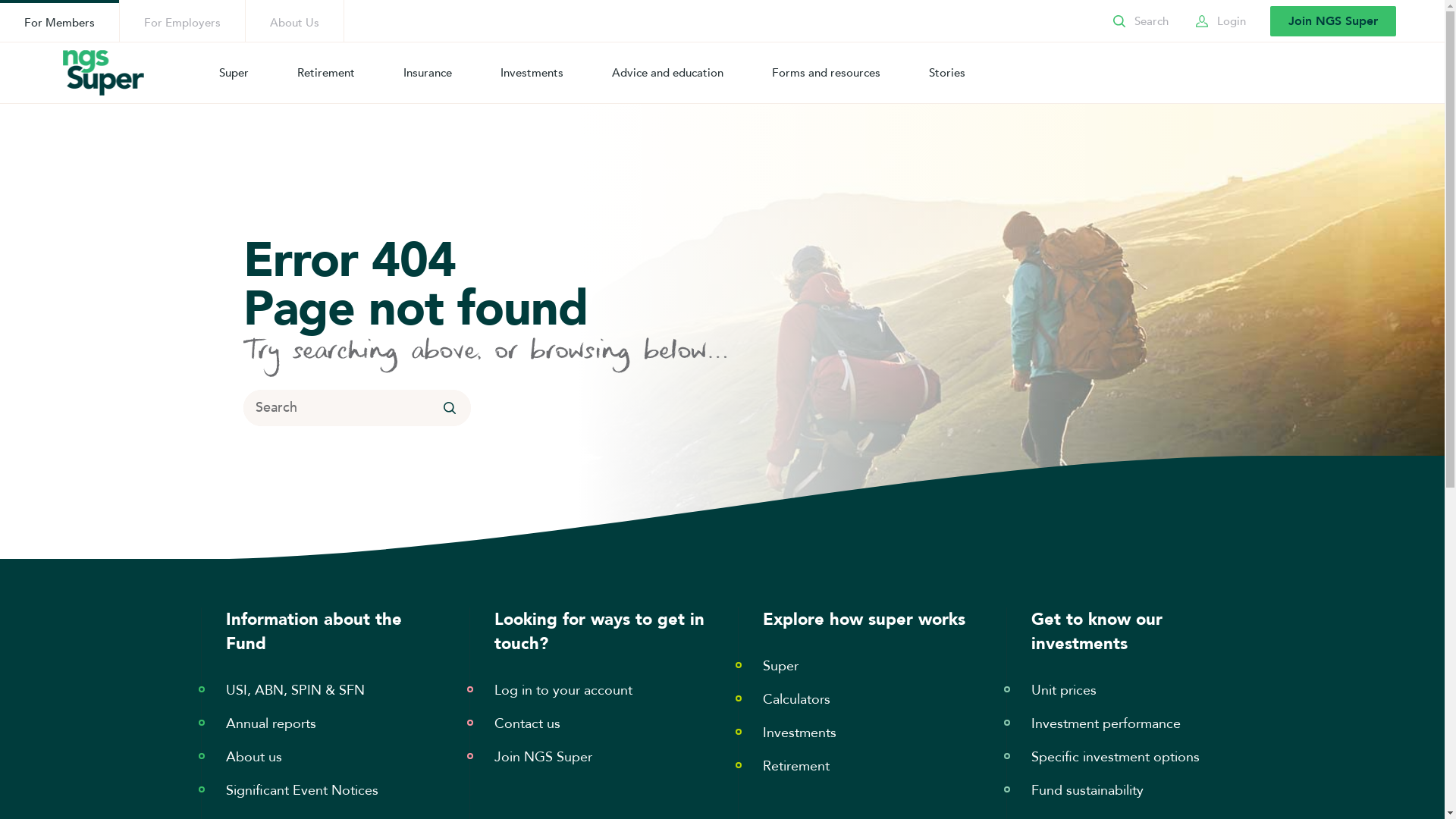 This screenshot has width=1456, height=819. Describe the element at coordinates (273, 73) in the screenshot. I see `'Retirement'` at that location.